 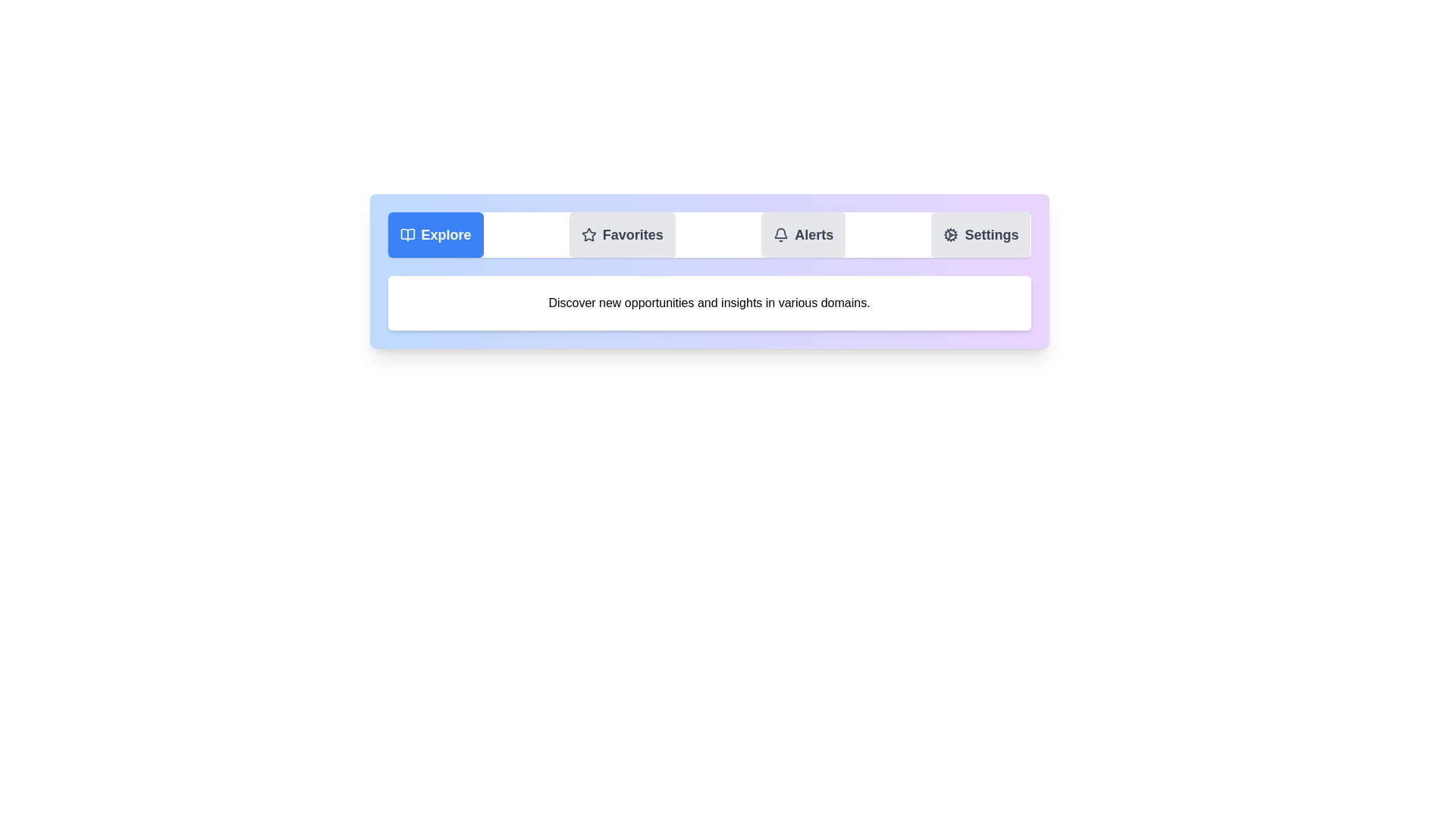 I want to click on the tab labeled Explore, so click(x=435, y=234).